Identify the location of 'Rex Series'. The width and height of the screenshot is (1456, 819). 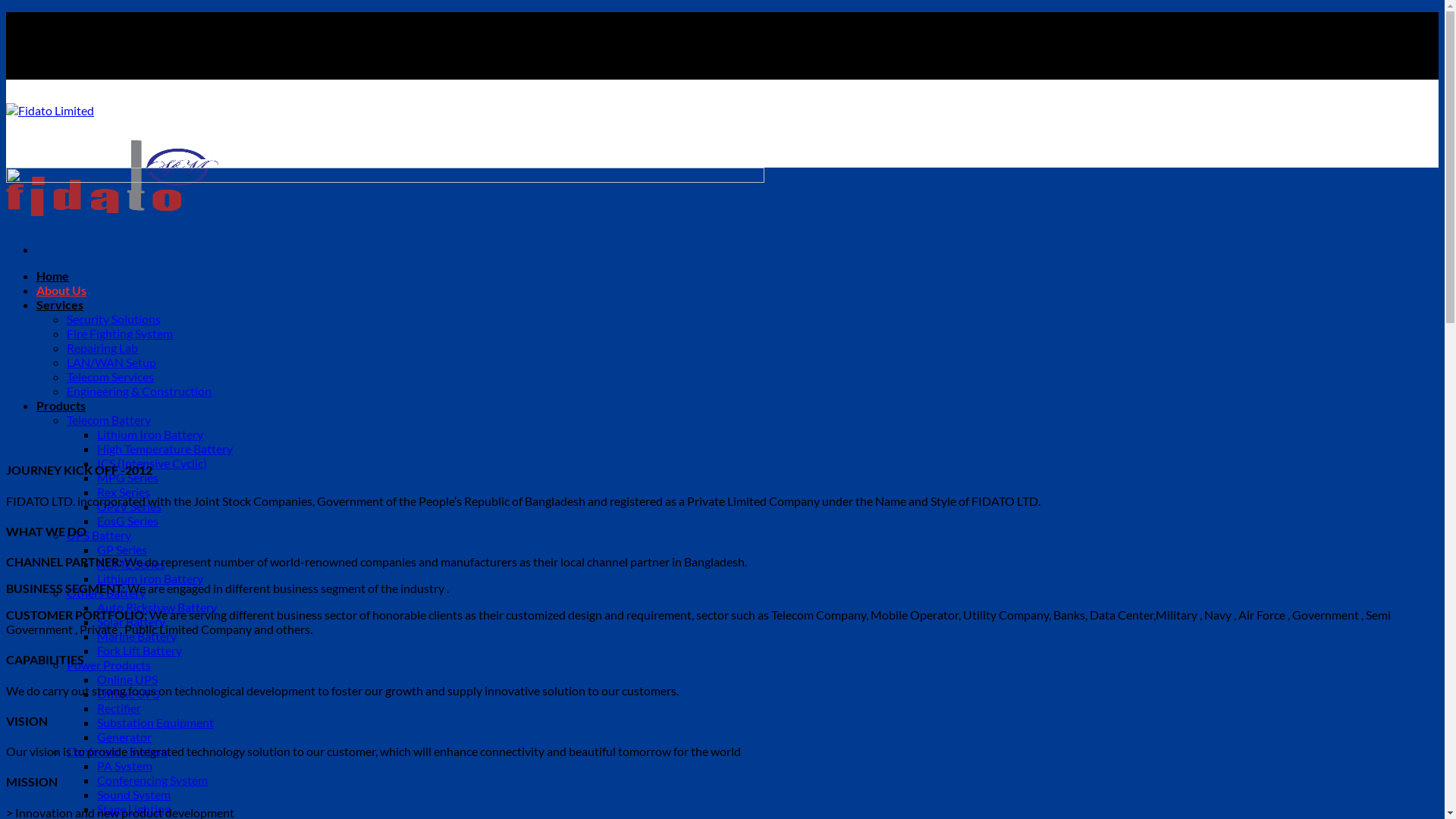
(96, 491).